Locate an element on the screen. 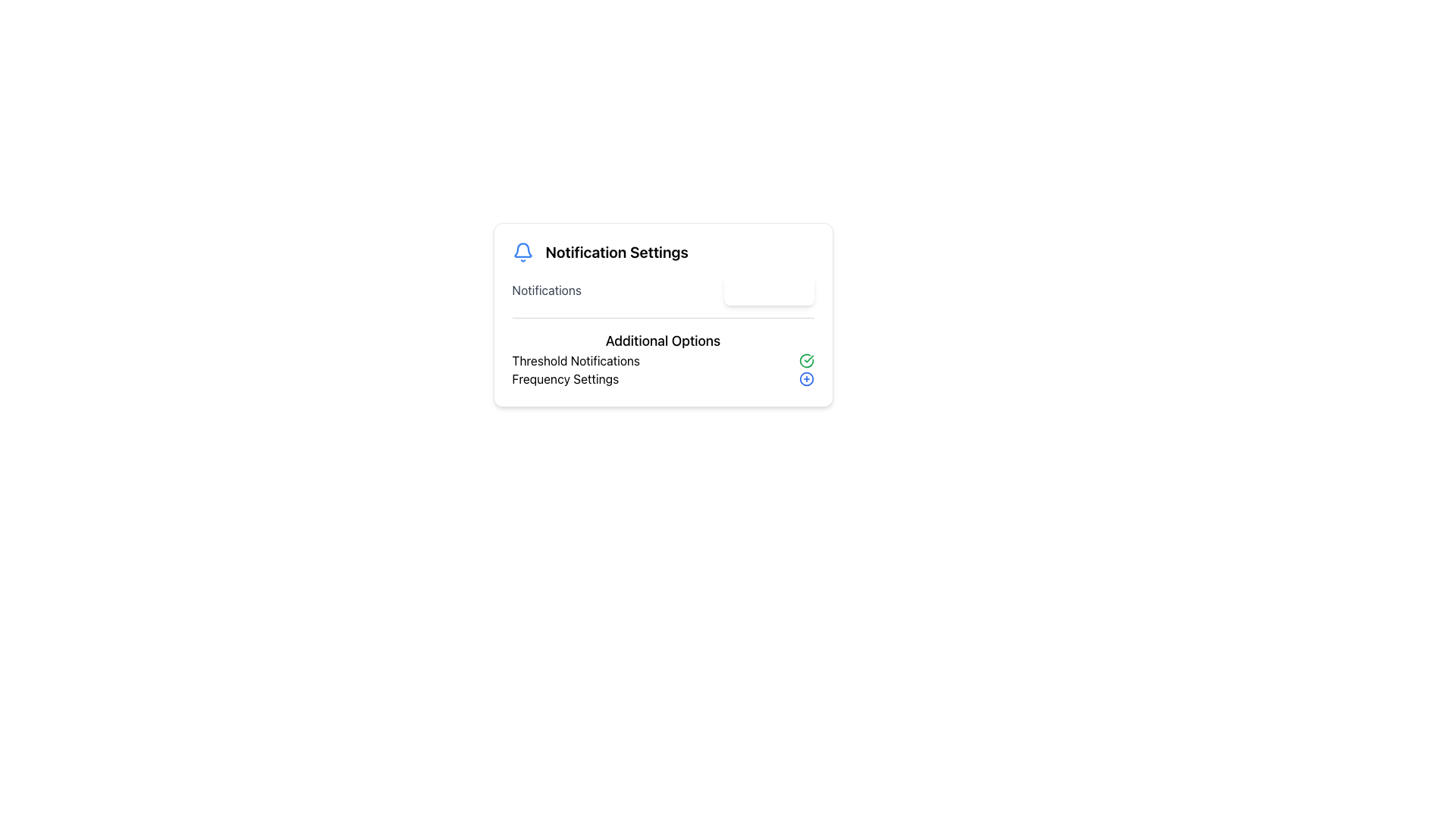  background shape of the toggle button within the 'Notification Settings' card located at the top-right corner of the interface is located at coordinates (793, 290).